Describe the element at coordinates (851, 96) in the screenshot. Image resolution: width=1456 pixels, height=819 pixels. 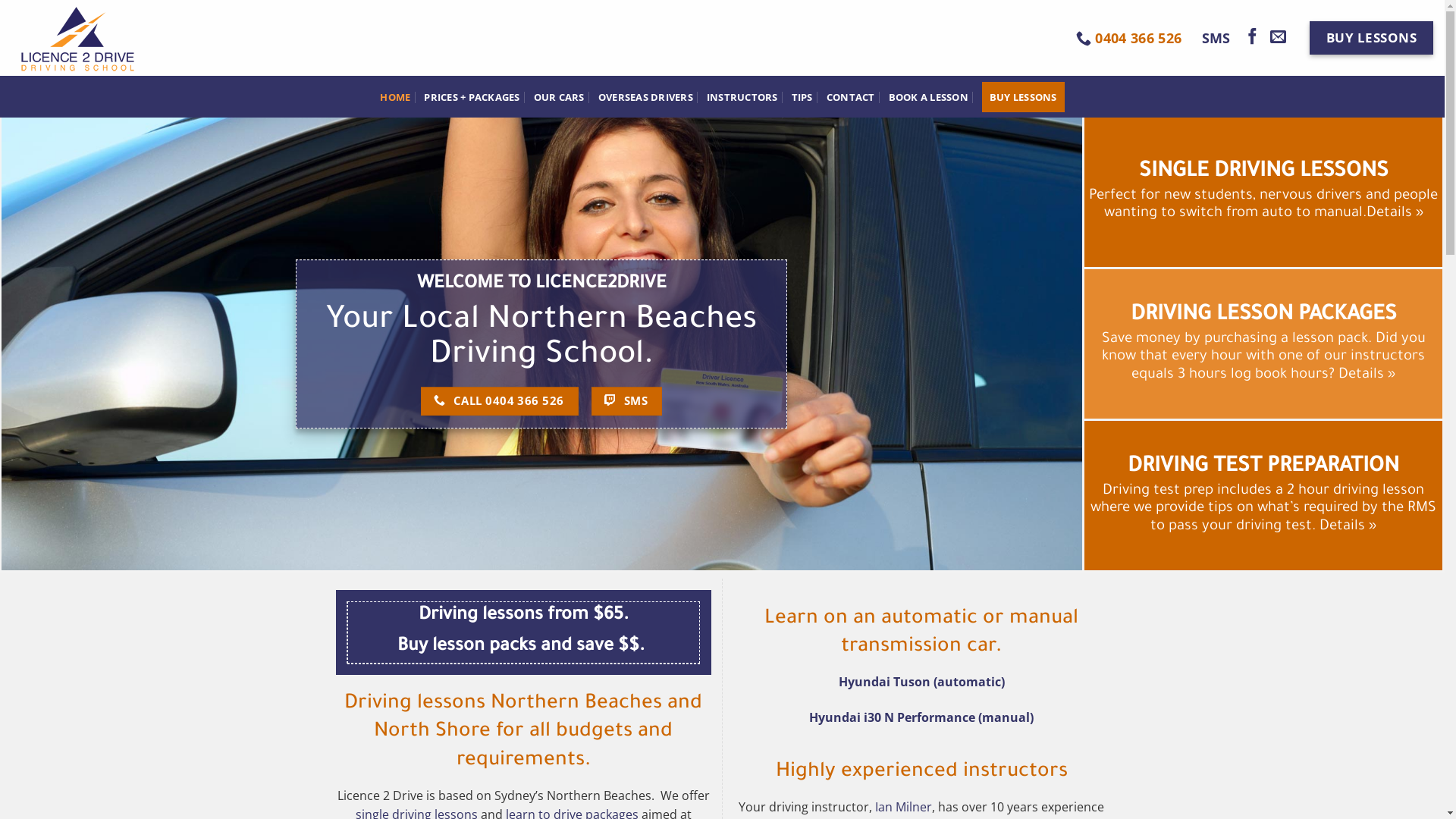
I see `'CONTACT'` at that location.